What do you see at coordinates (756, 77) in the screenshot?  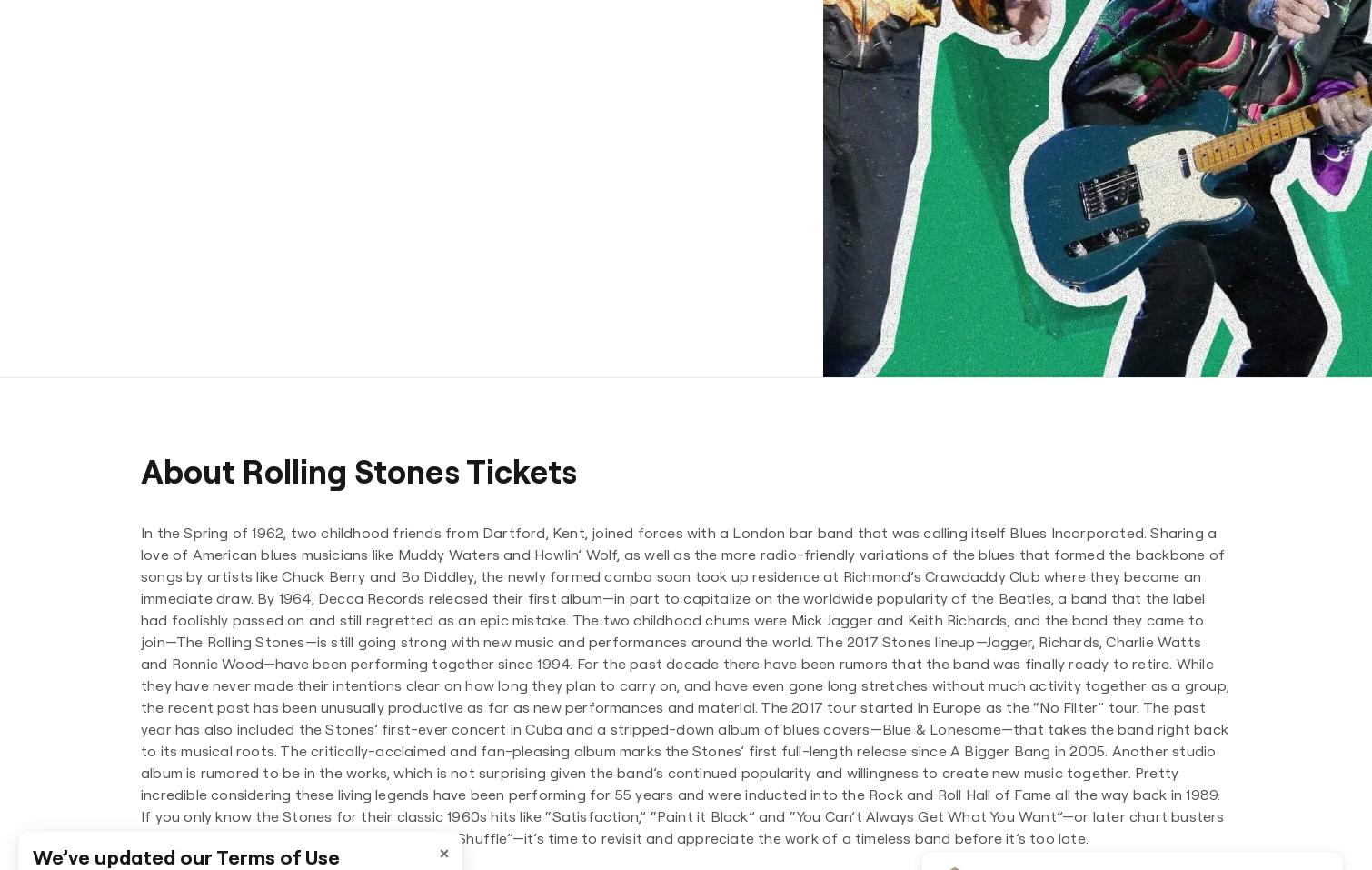 I see `'San Francisco'` at bounding box center [756, 77].